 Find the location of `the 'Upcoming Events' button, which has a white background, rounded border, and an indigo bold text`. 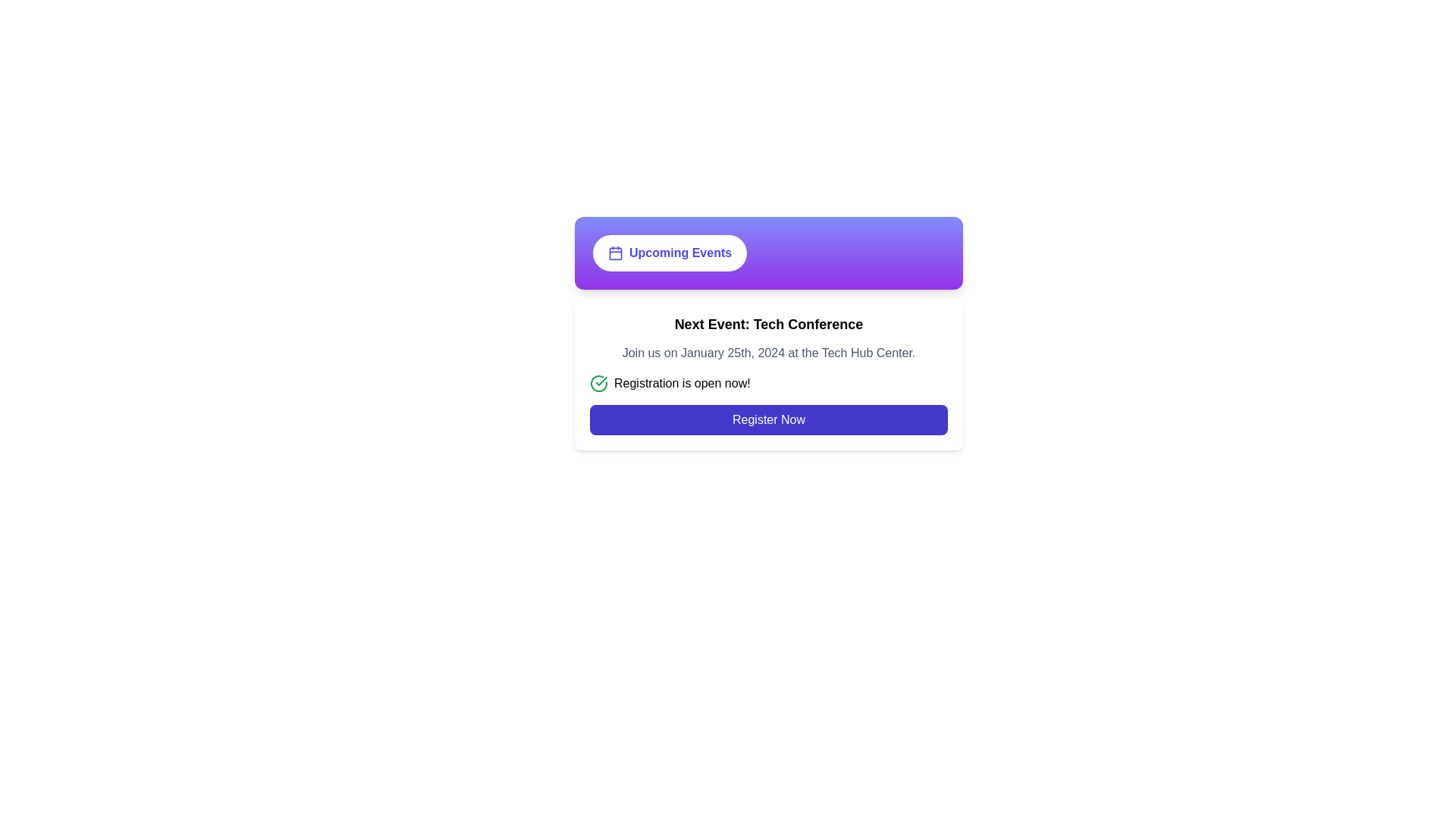

the 'Upcoming Events' button, which has a white background, rounded border, and an indigo bold text is located at coordinates (669, 253).